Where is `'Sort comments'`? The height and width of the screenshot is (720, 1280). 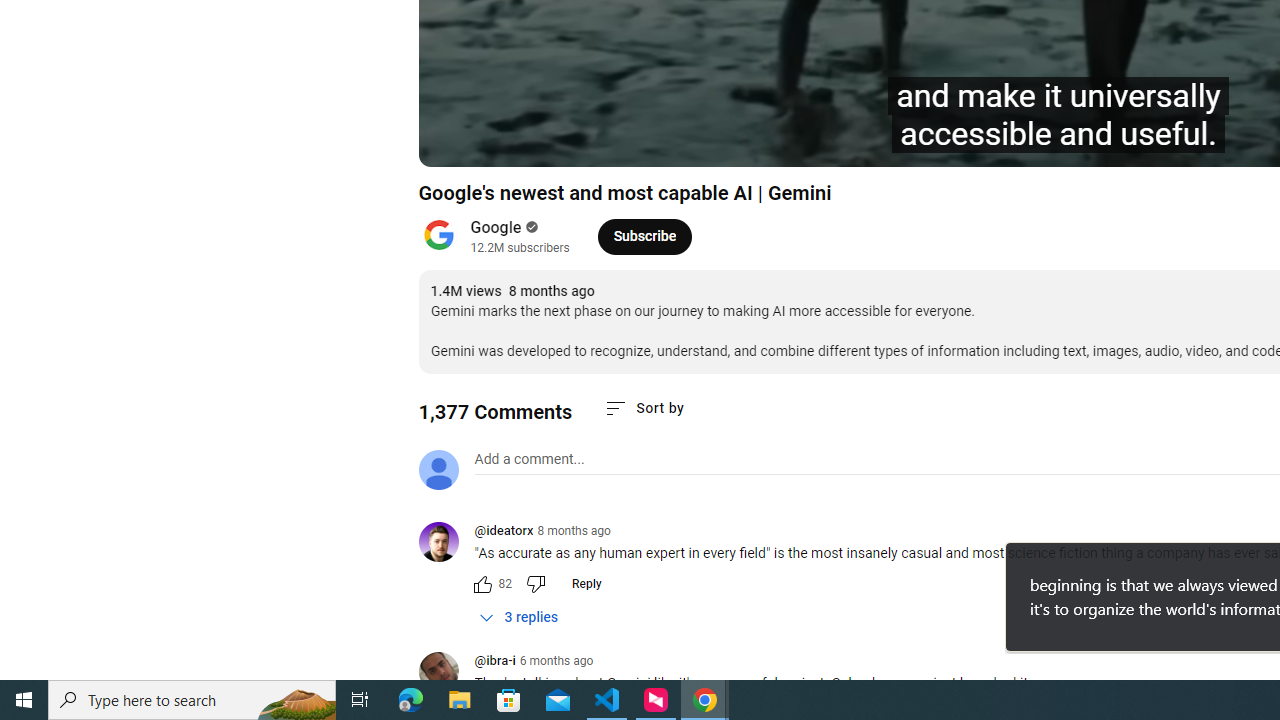 'Sort comments' is located at coordinates (644, 407).